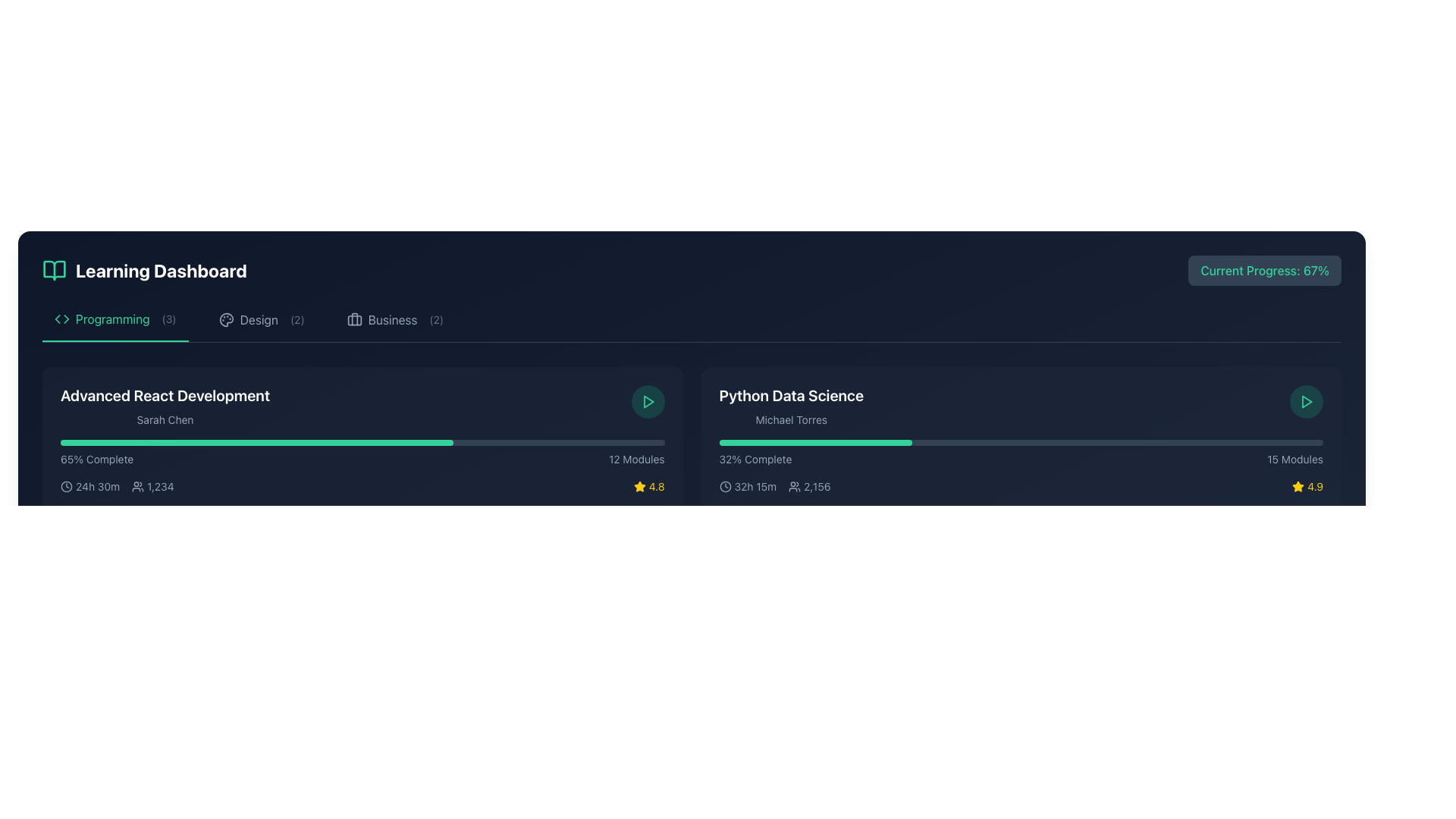 This screenshot has height=819, width=1456. Describe the element at coordinates (724, 486) in the screenshot. I see `the clock icon located on the left side of the text '32h 15m' in the 'Python Data Science' section` at that location.